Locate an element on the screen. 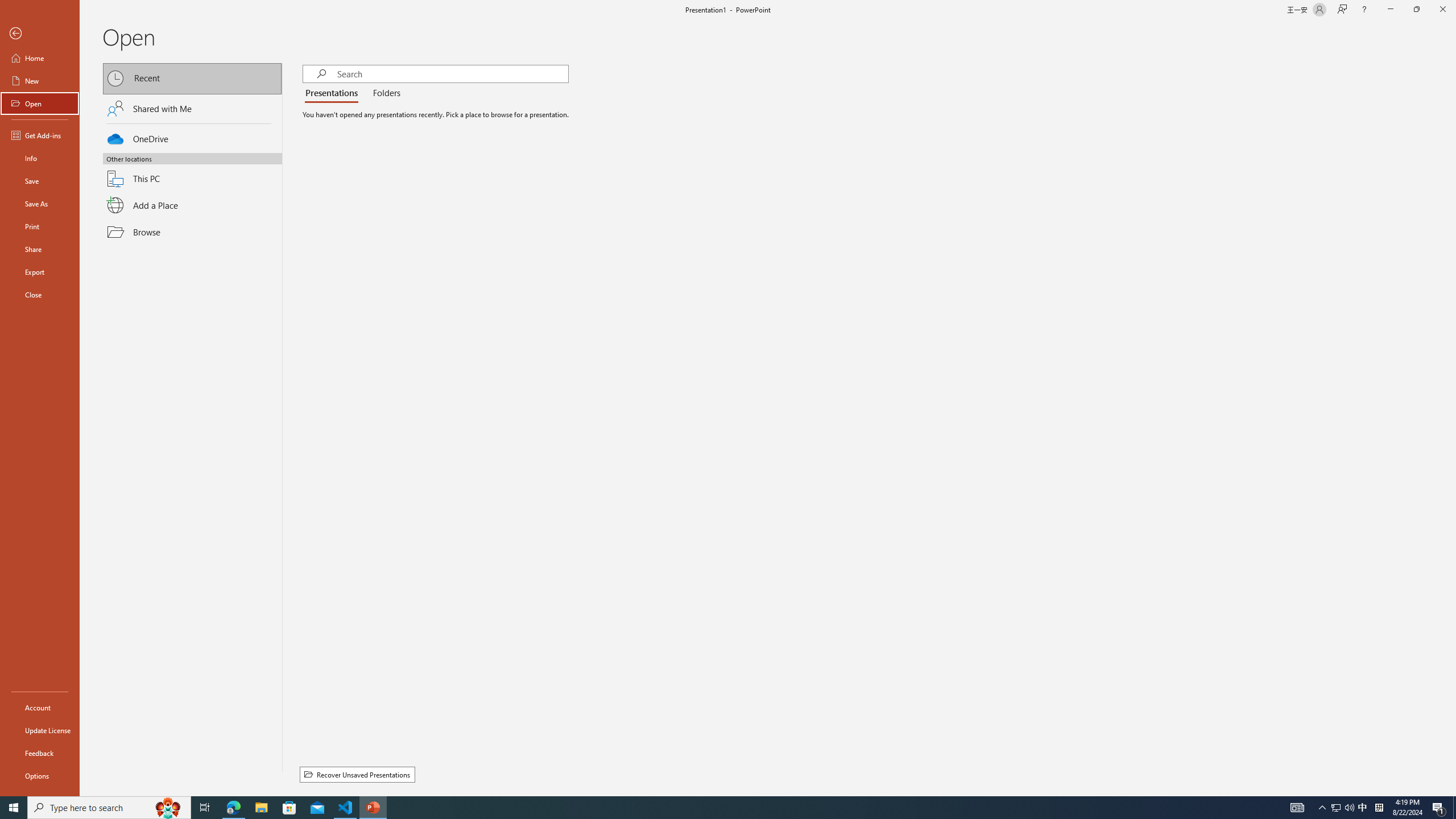 This screenshot has height=819, width=1456. 'Options' is located at coordinates (39, 775).